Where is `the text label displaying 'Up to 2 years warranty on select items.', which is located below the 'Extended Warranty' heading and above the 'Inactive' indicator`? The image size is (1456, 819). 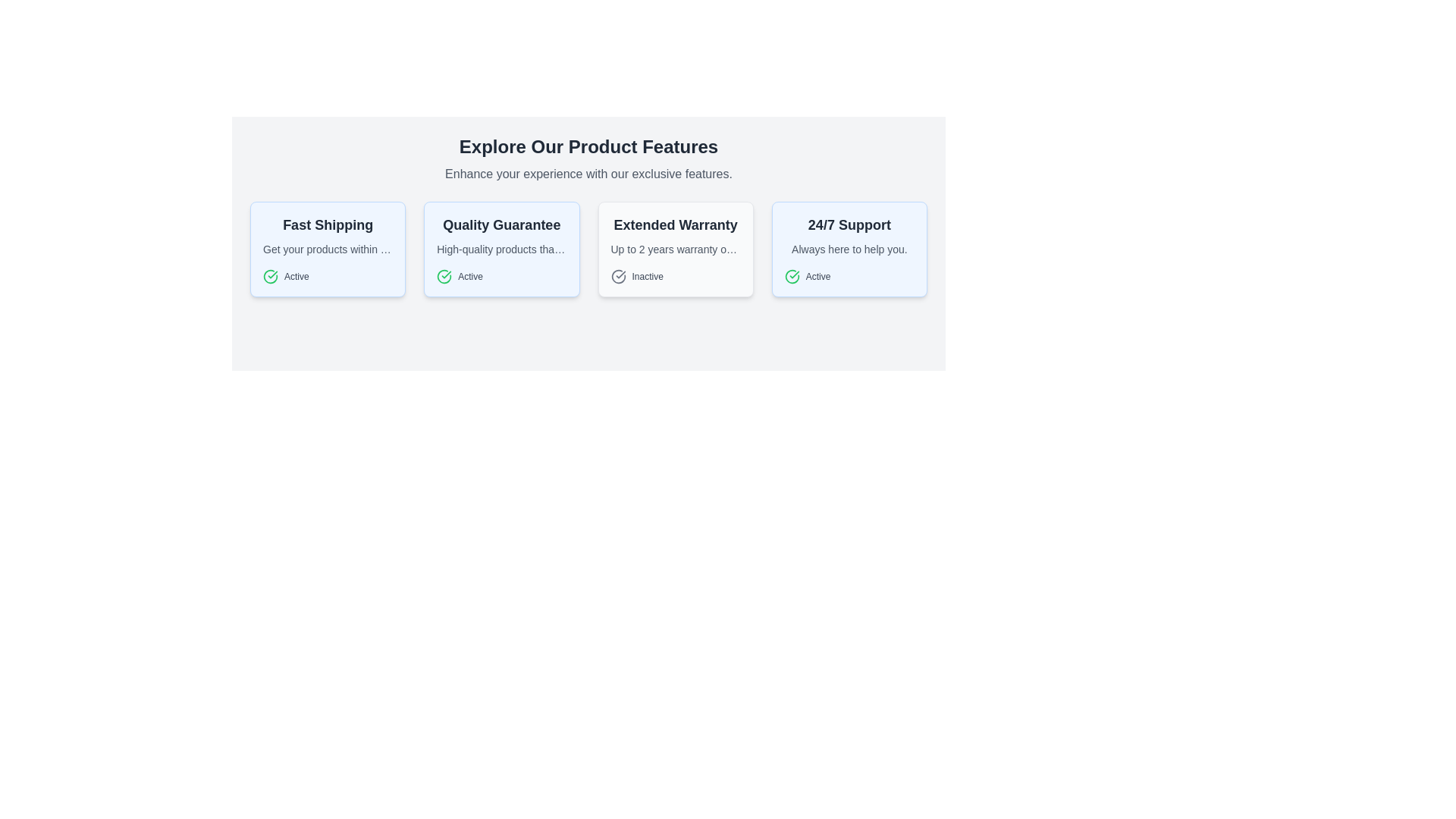 the text label displaying 'Up to 2 years warranty on select items.', which is located below the 'Extended Warranty' heading and above the 'Inactive' indicator is located at coordinates (675, 248).